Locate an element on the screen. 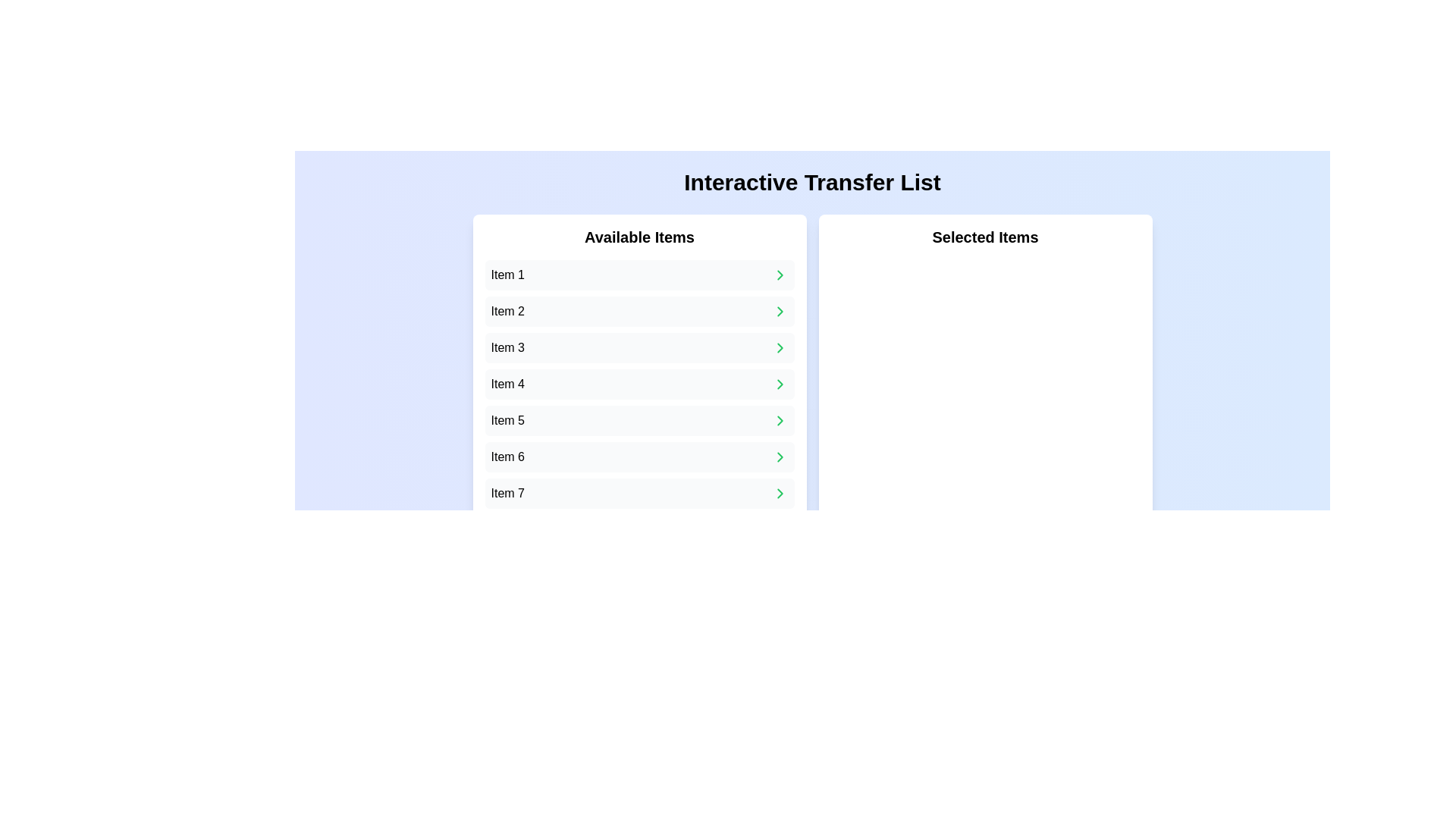 This screenshot has width=1456, height=819. the 'Item 6' text label in the 'Available Items' list is located at coordinates (507, 456).